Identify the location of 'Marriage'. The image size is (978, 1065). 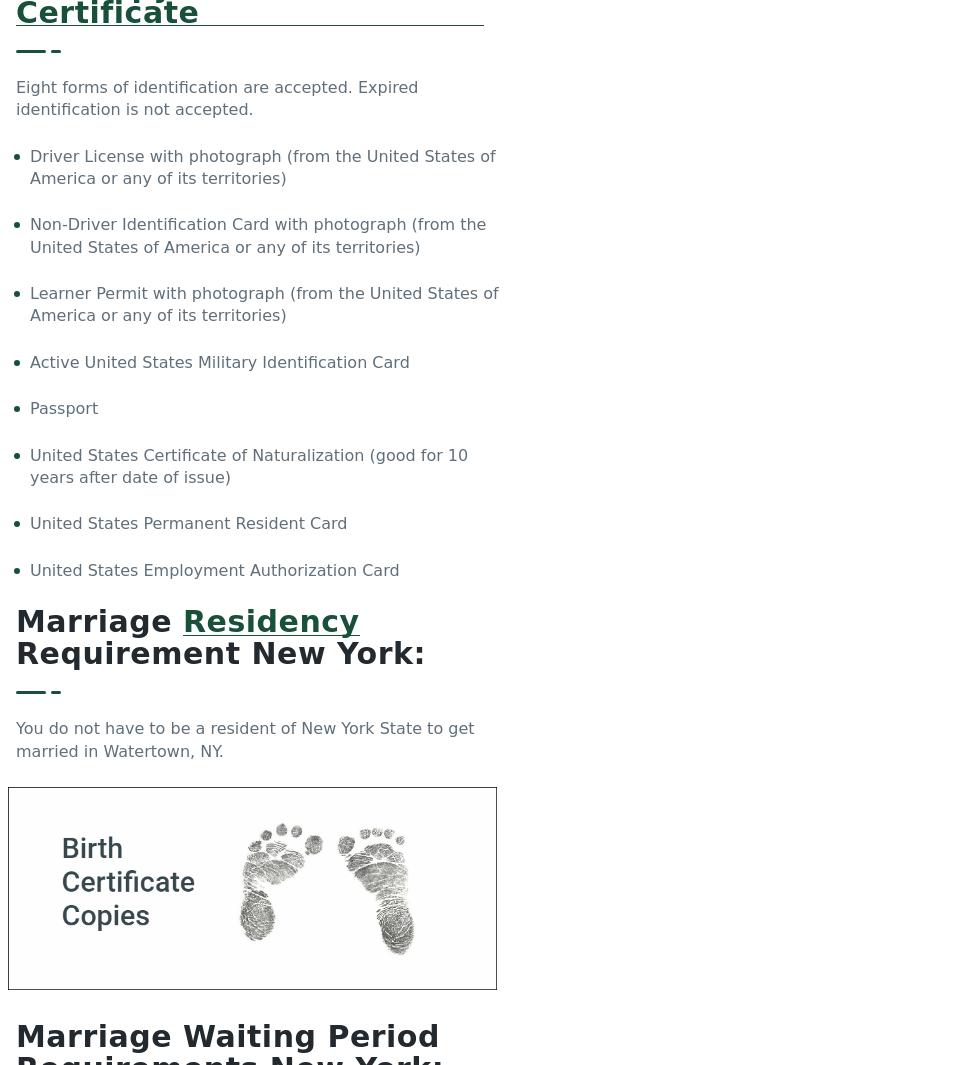
(16, 621).